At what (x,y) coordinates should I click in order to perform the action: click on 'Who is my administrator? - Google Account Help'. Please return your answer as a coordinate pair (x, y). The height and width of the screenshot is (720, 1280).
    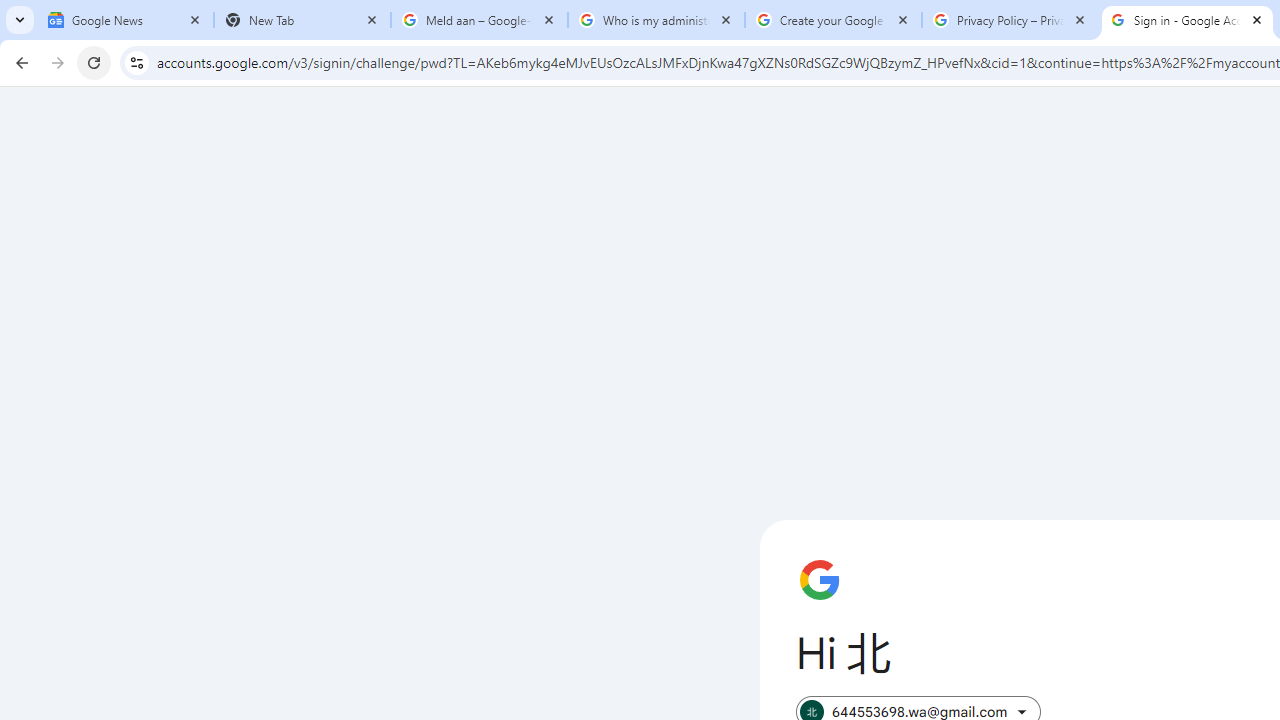
    Looking at the image, I should click on (656, 20).